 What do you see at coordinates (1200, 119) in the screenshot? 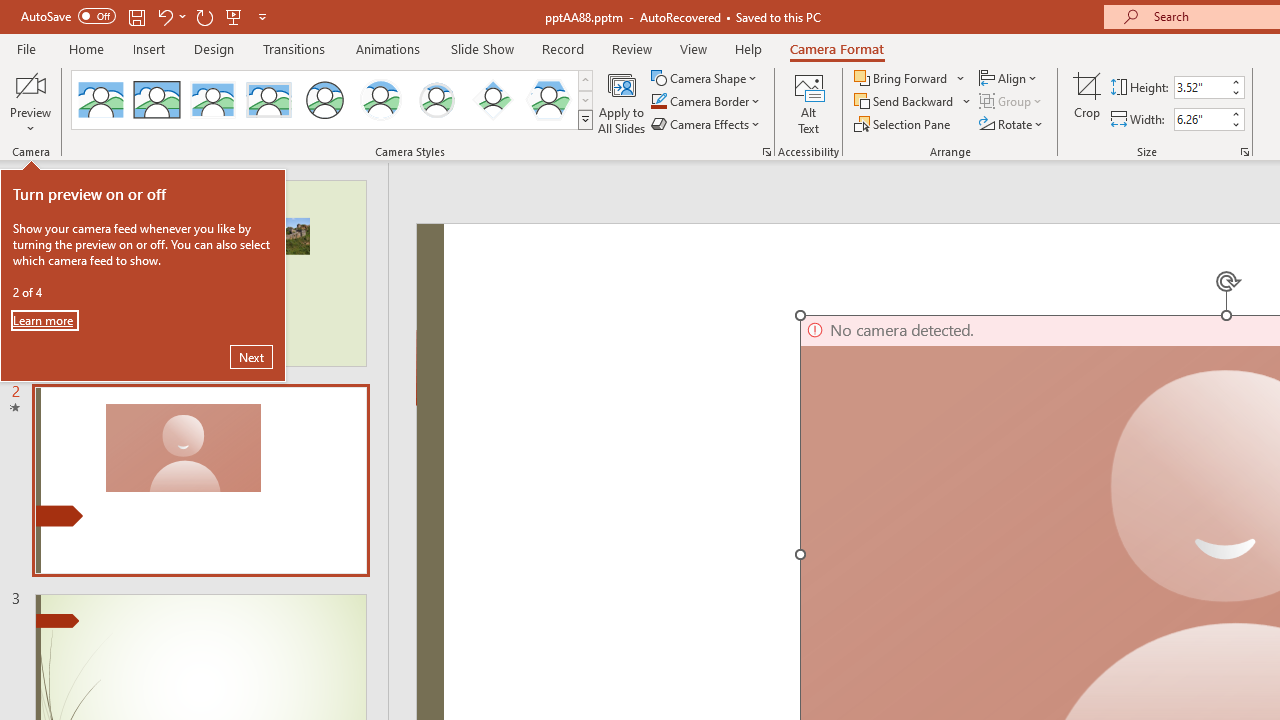
I see `'Cameo Width'` at bounding box center [1200, 119].